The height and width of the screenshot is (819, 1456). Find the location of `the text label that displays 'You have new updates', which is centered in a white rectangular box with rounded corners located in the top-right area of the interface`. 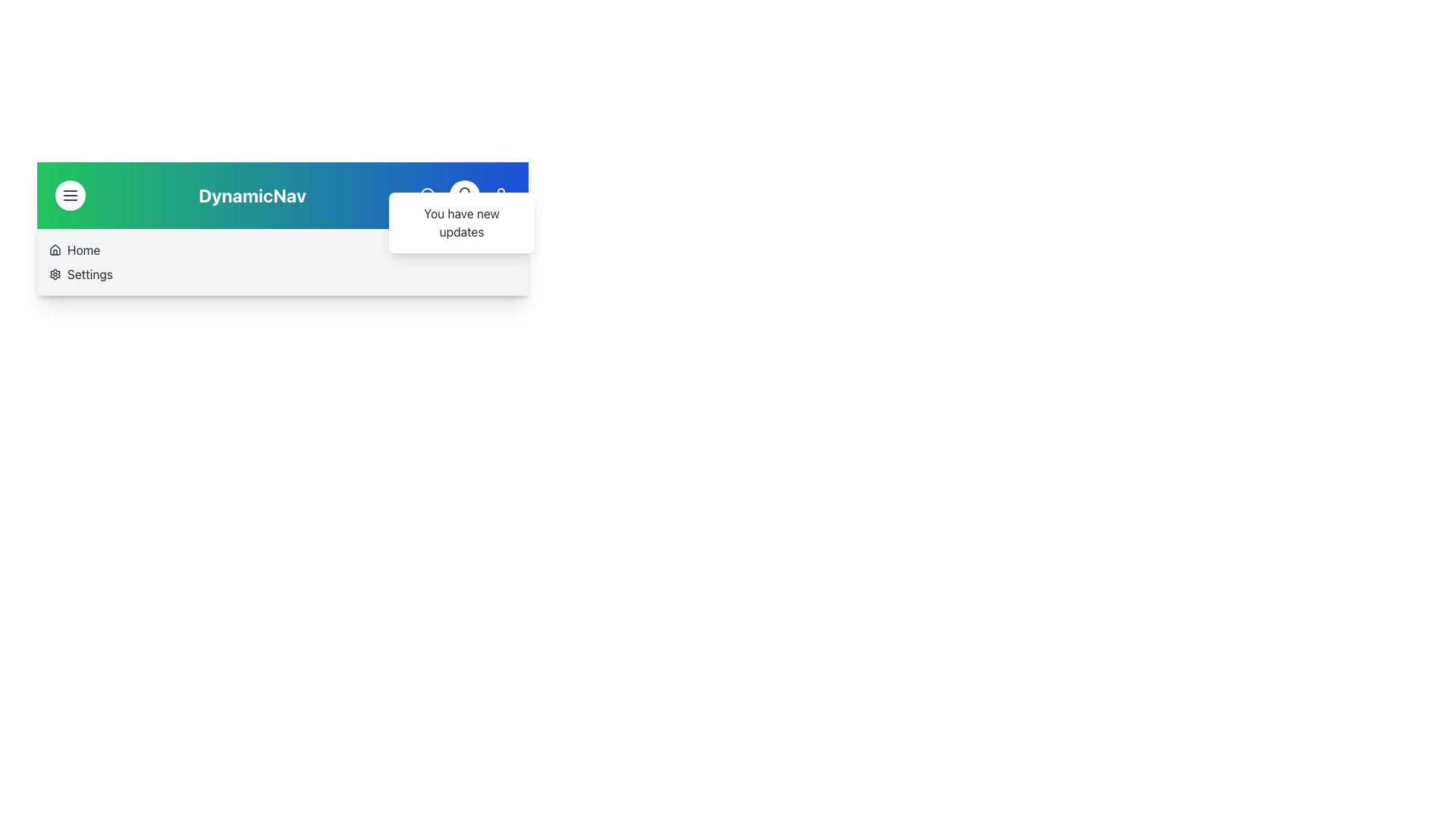

the text label that displays 'You have new updates', which is centered in a white rectangular box with rounded corners located in the top-right area of the interface is located at coordinates (461, 222).